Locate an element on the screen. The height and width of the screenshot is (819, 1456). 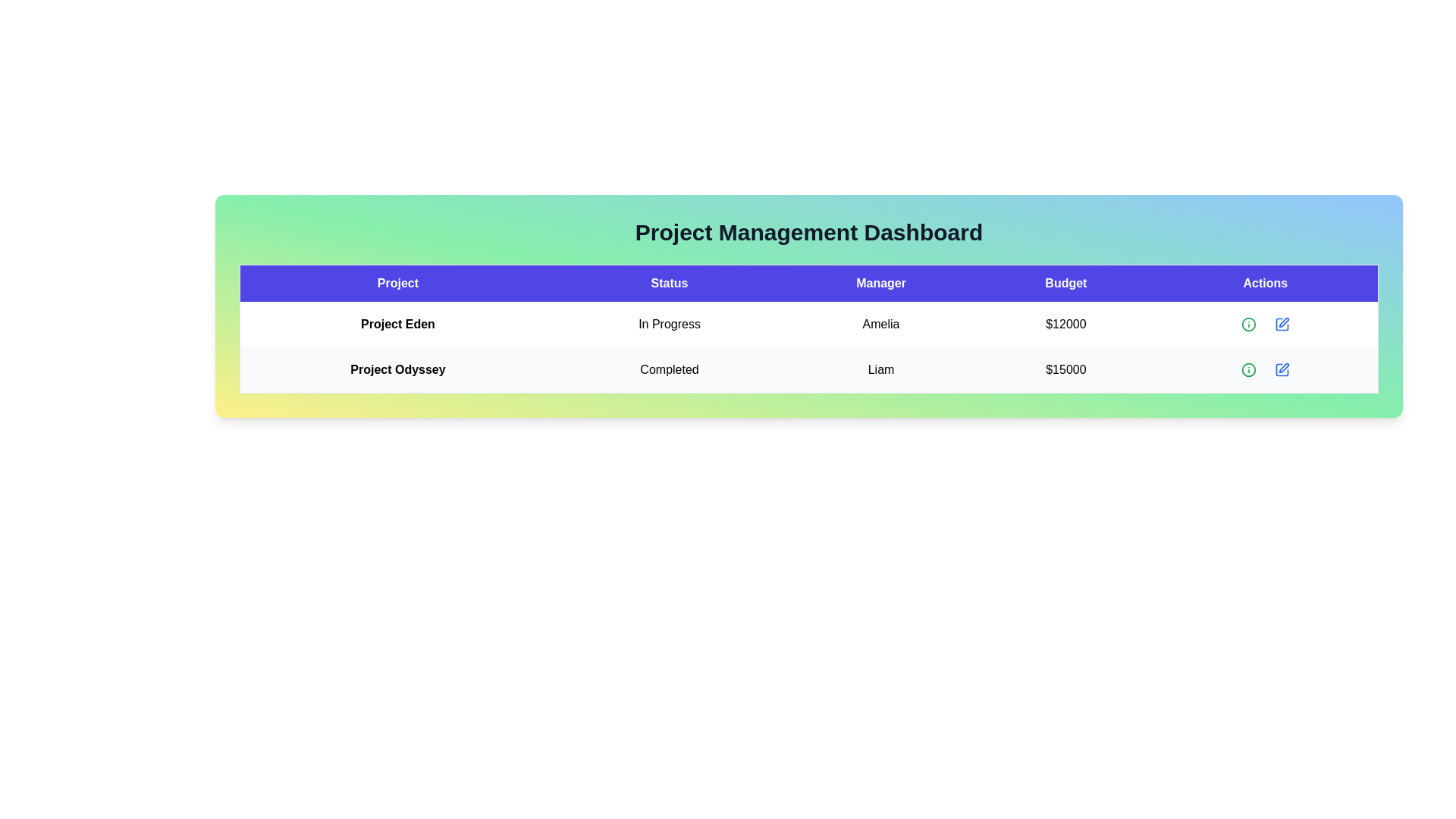
the TableCell displaying the budget value for 'Project Eden' in the second row and fourth column of the table is located at coordinates (1065, 324).